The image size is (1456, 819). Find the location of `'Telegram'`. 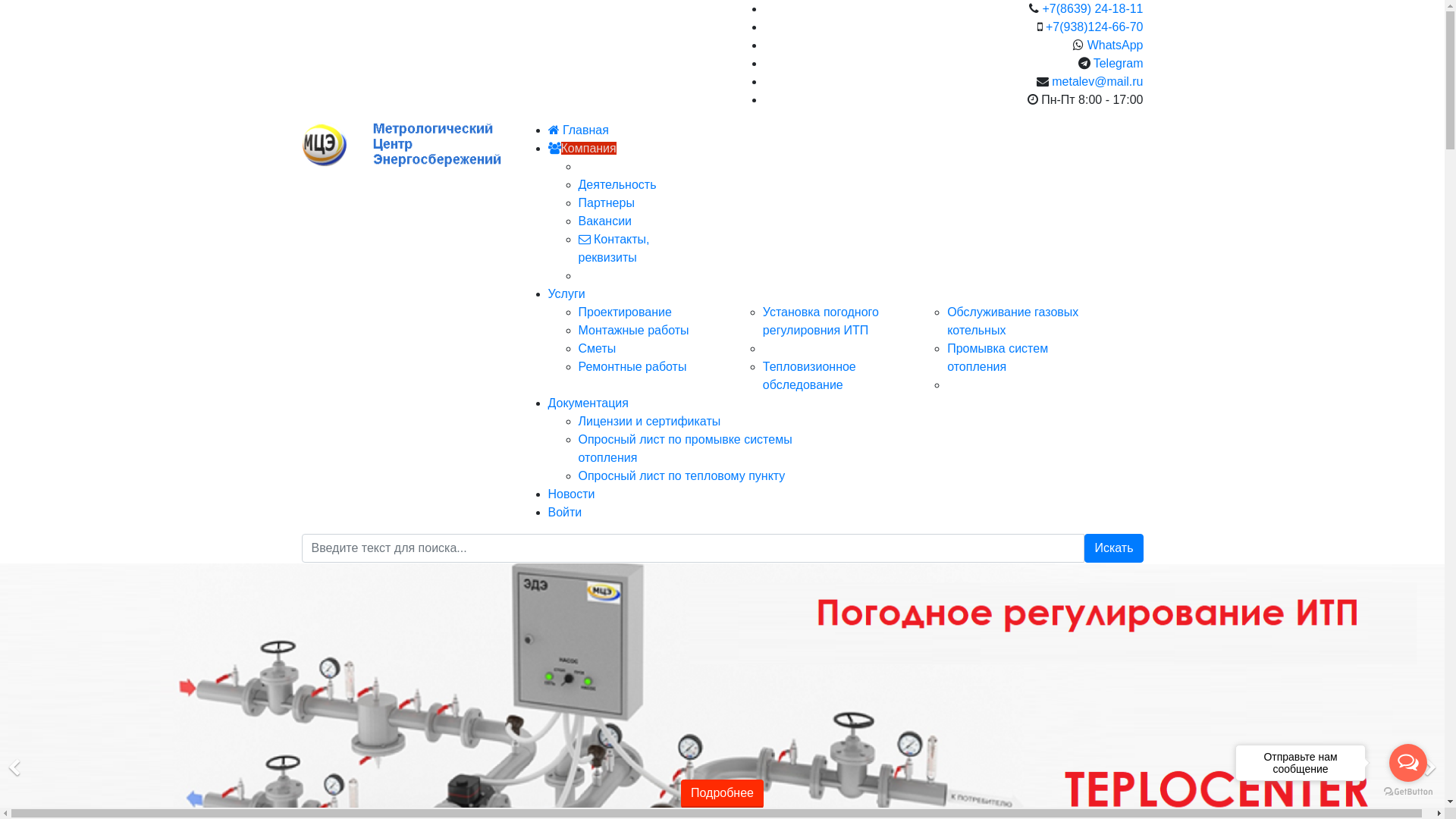

'Telegram' is located at coordinates (1118, 62).